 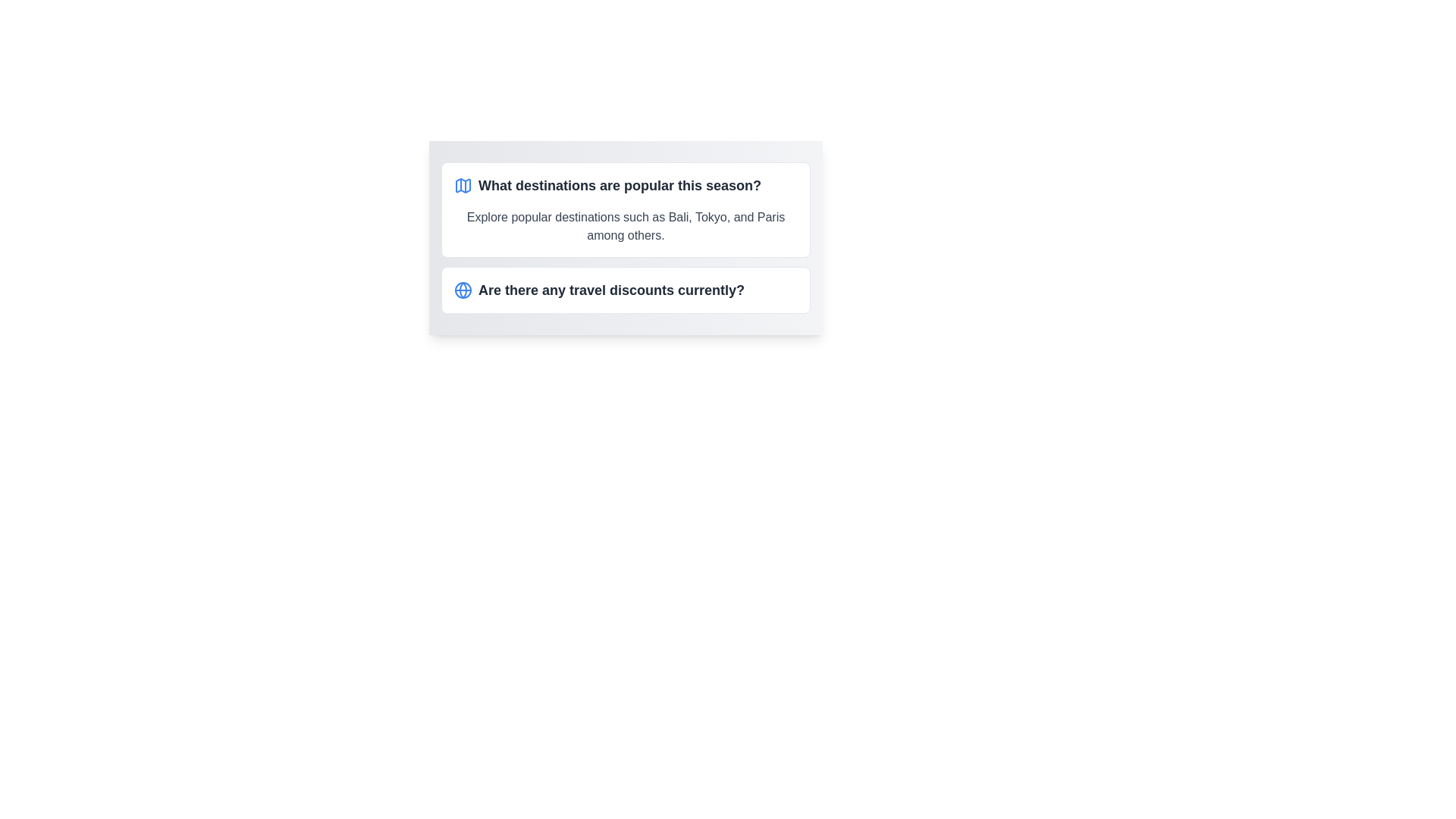 What do you see at coordinates (626, 185) in the screenshot?
I see `the header that introduces or navigates to content related to popular travel destinations of the season` at bounding box center [626, 185].